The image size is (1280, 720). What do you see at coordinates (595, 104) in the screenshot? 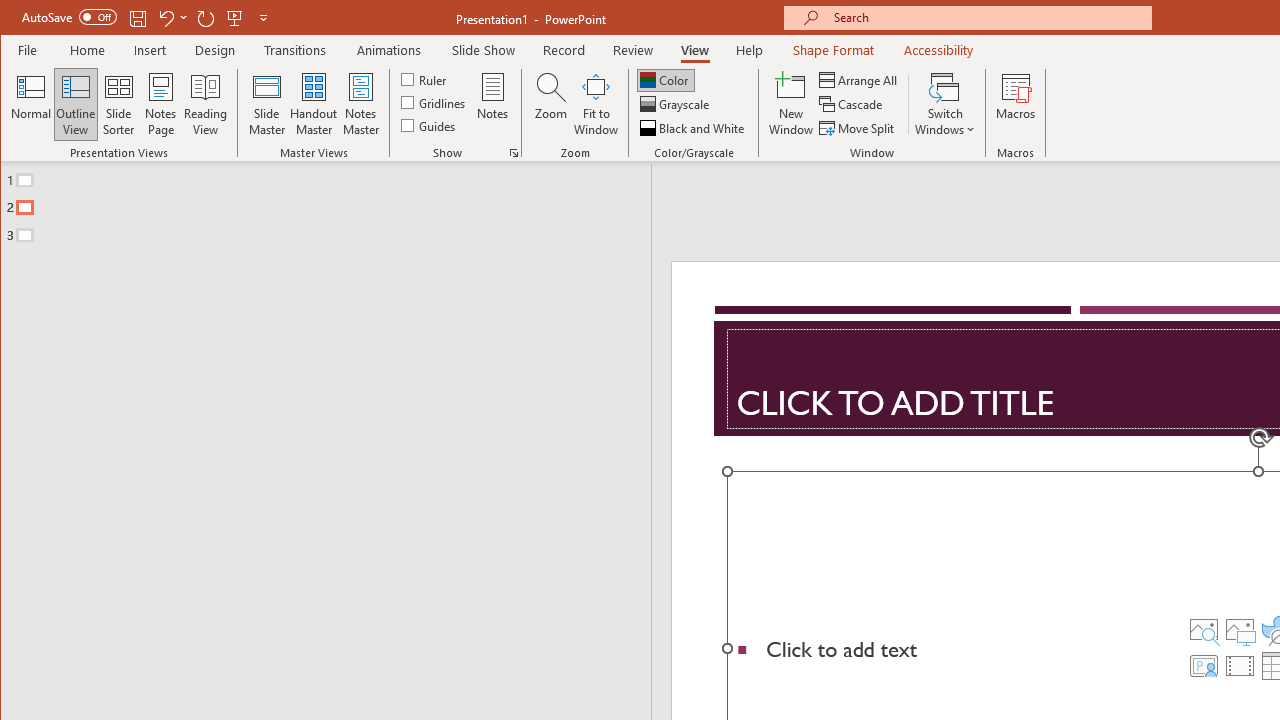
I see `'Fit to Window'` at bounding box center [595, 104].